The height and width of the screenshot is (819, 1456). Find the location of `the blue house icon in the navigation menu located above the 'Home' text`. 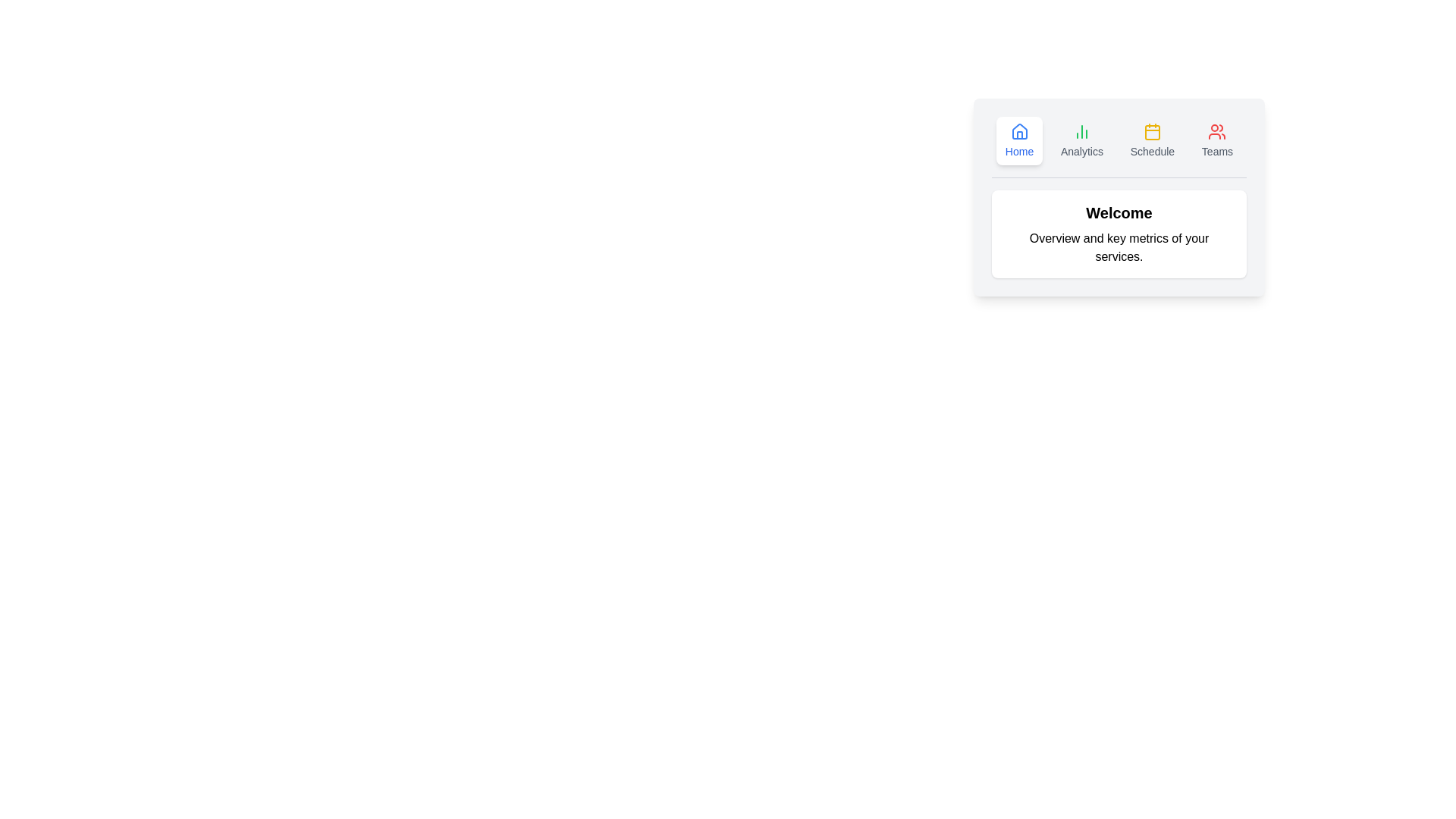

the blue house icon in the navigation menu located above the 'Home' text is located at coordinates (1019, 130).